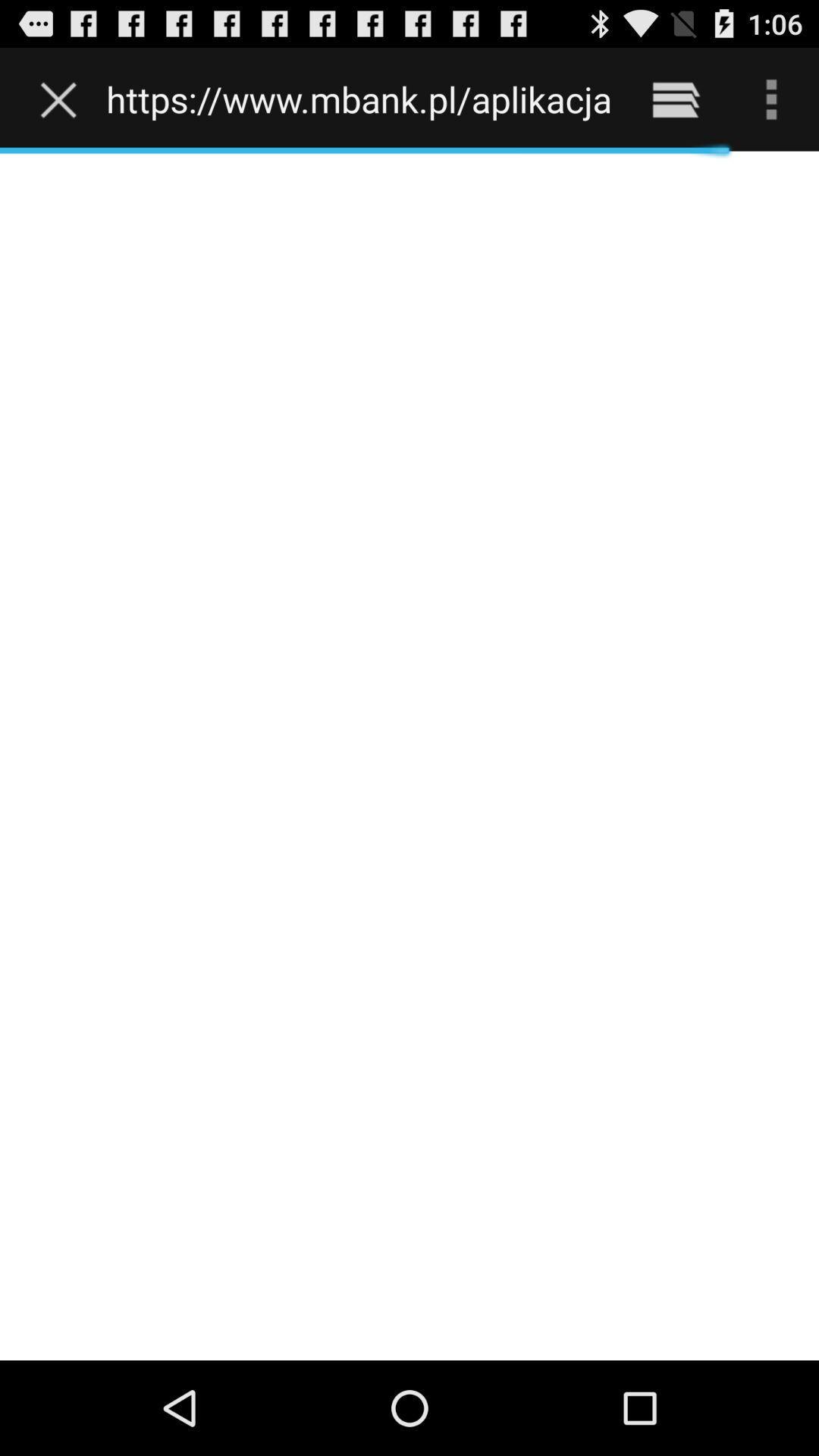 The width and height of the screenshot is (819, 1456). What do you see at coordinates (358, 99) in the screenshot?
I see `https www mbank icon` at bounding box center [358, 99].